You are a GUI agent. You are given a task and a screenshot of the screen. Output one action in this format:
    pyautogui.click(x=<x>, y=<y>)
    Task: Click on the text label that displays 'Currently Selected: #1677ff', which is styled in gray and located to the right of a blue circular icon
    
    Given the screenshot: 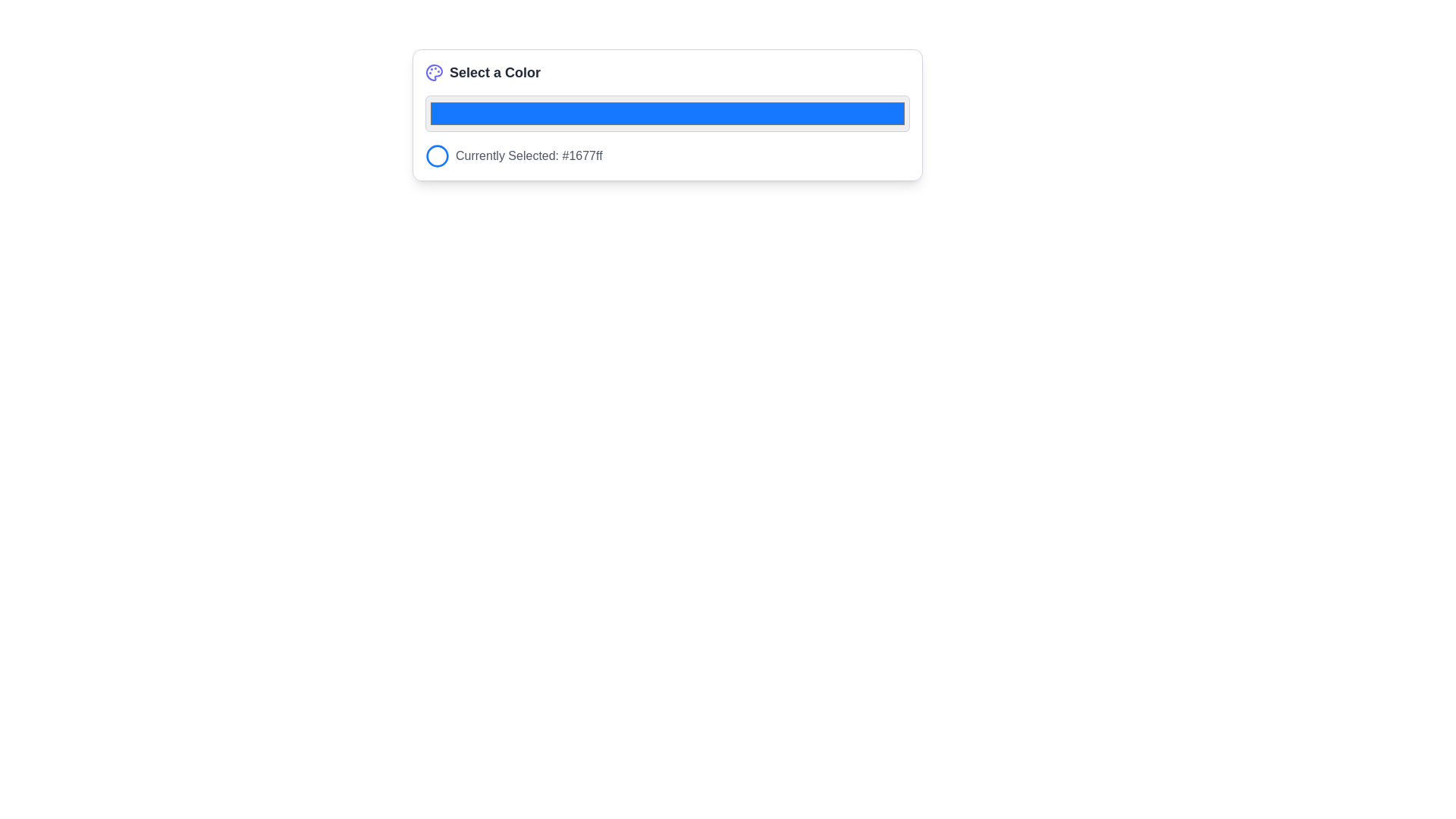 What is the action you would take?
    pyautogui.click(x=529, y=155)
    